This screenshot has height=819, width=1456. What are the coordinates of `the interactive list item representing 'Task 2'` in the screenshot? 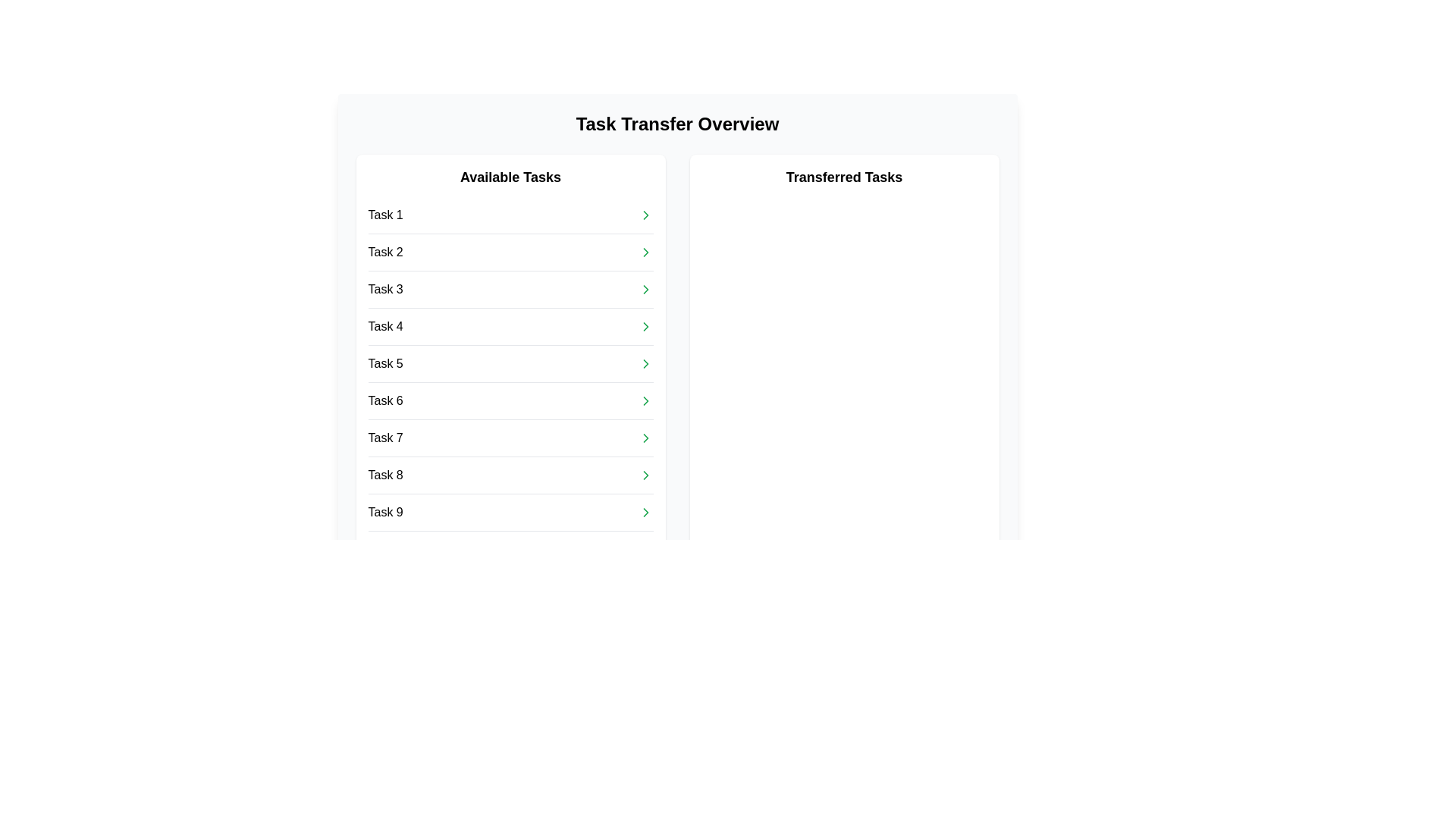 It's located at (510, 252).